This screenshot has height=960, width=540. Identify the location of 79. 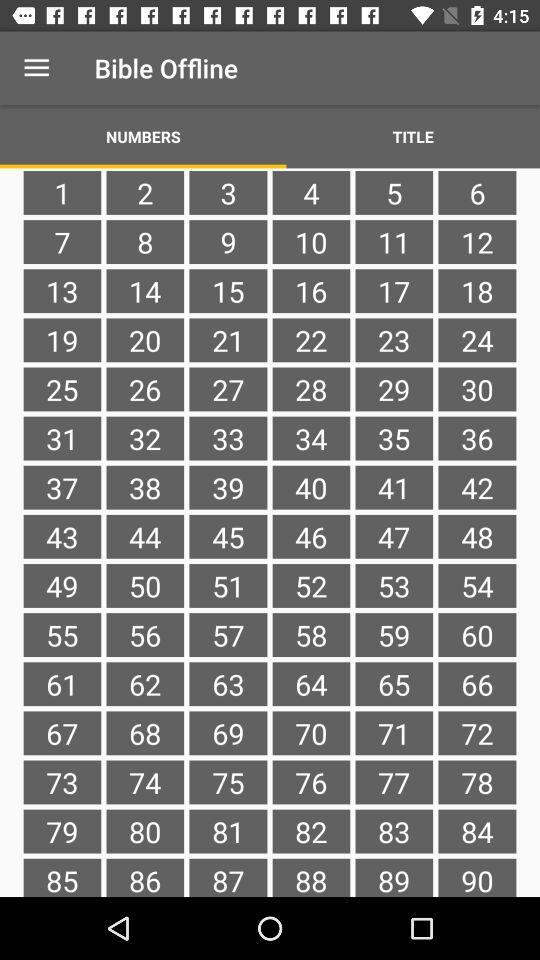
(62, 831).